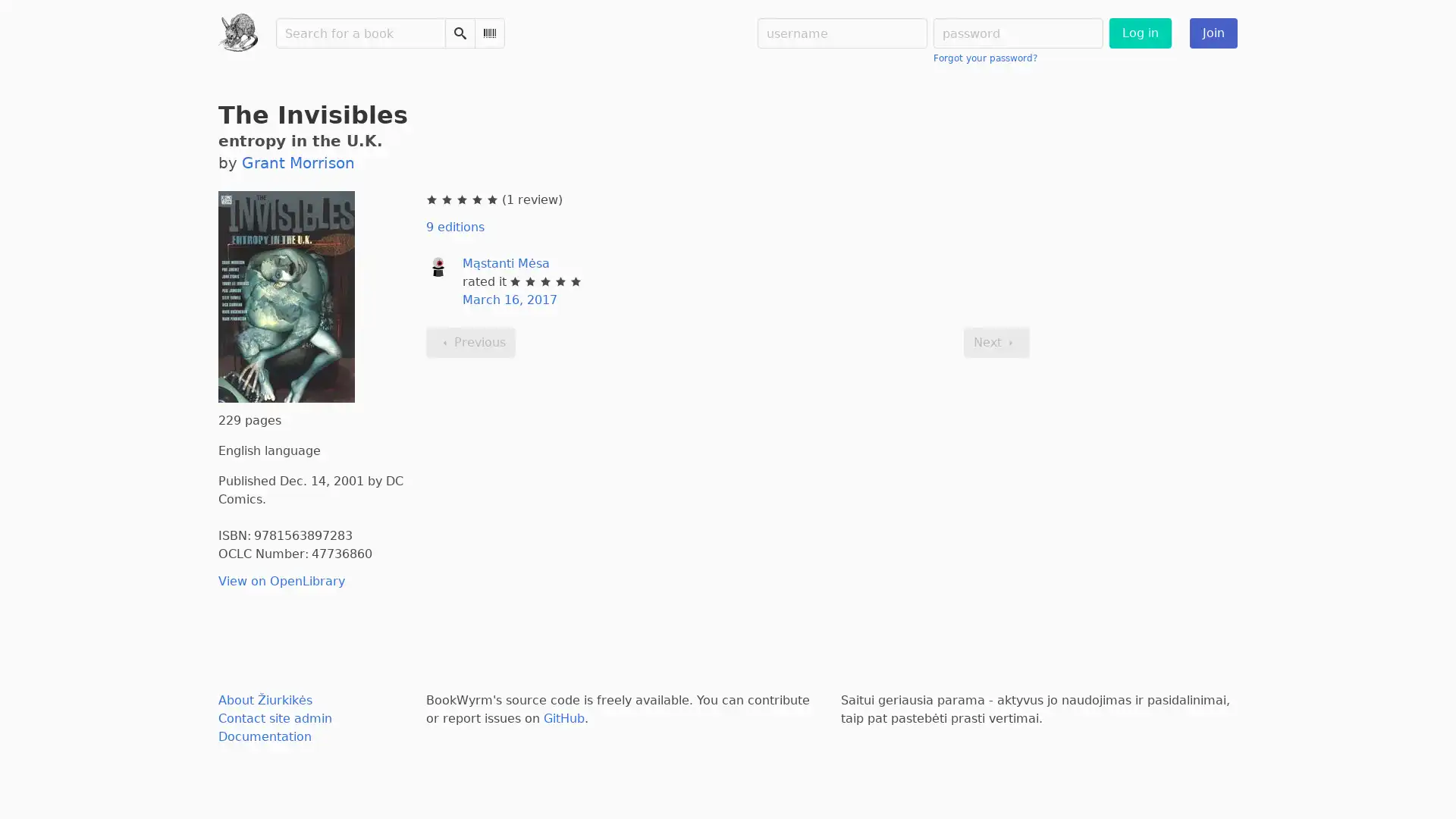 The height and width of the screenshot is (819, 1456). I want to click on Log in, so click(1139, 33).